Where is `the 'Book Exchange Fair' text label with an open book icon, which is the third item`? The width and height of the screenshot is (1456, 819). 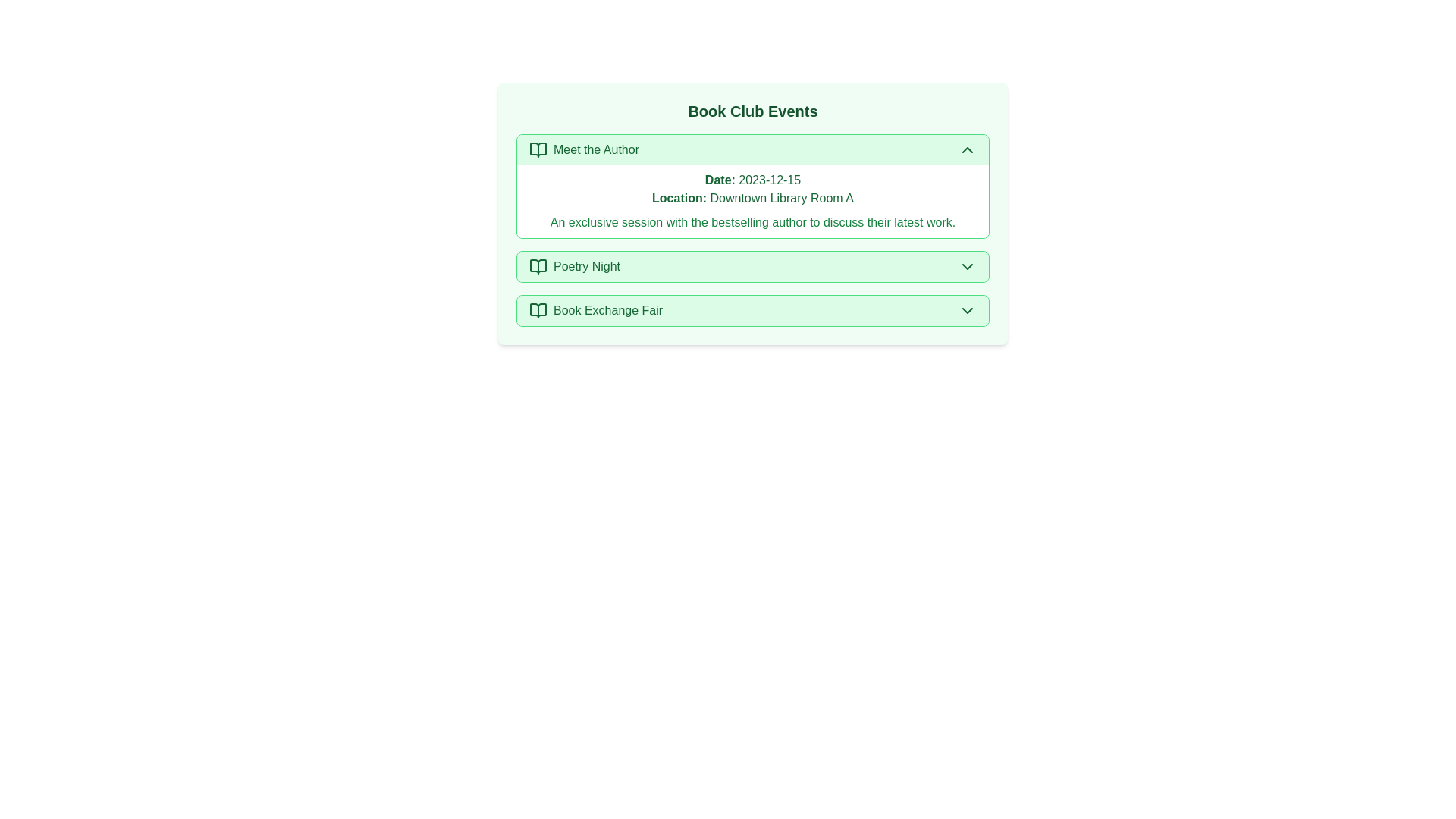 the 'Book Exchange Fair' text label with an open book icon, which is the third item is located at coordinates (595, 309).